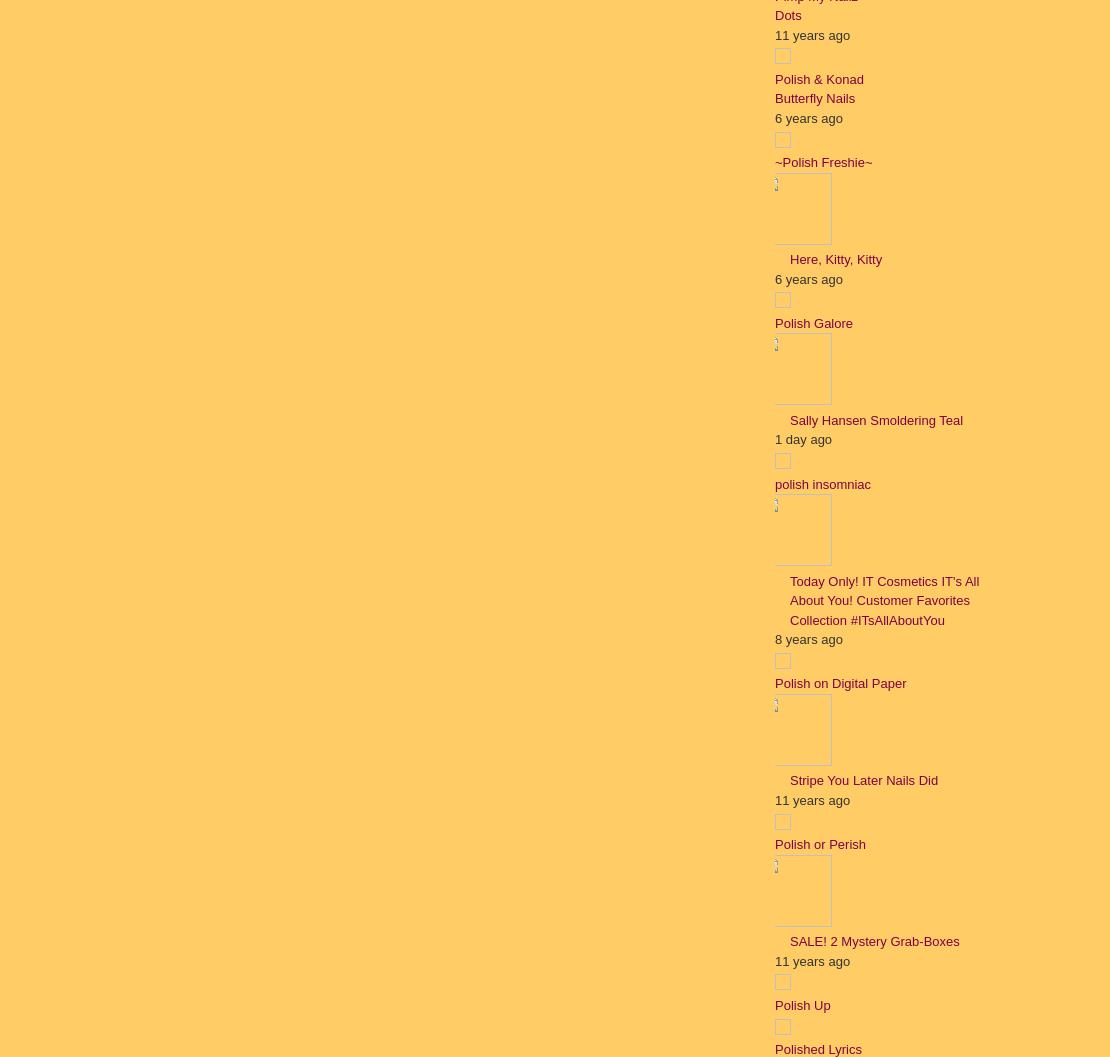 Image resolution: width=1110 pixels, height=1057 pixels. What do you see at coordinates (875, 418) in the screenshot?
I see `'Sally Hansen Smoldering Teal'` at bounding box center [875, 418].